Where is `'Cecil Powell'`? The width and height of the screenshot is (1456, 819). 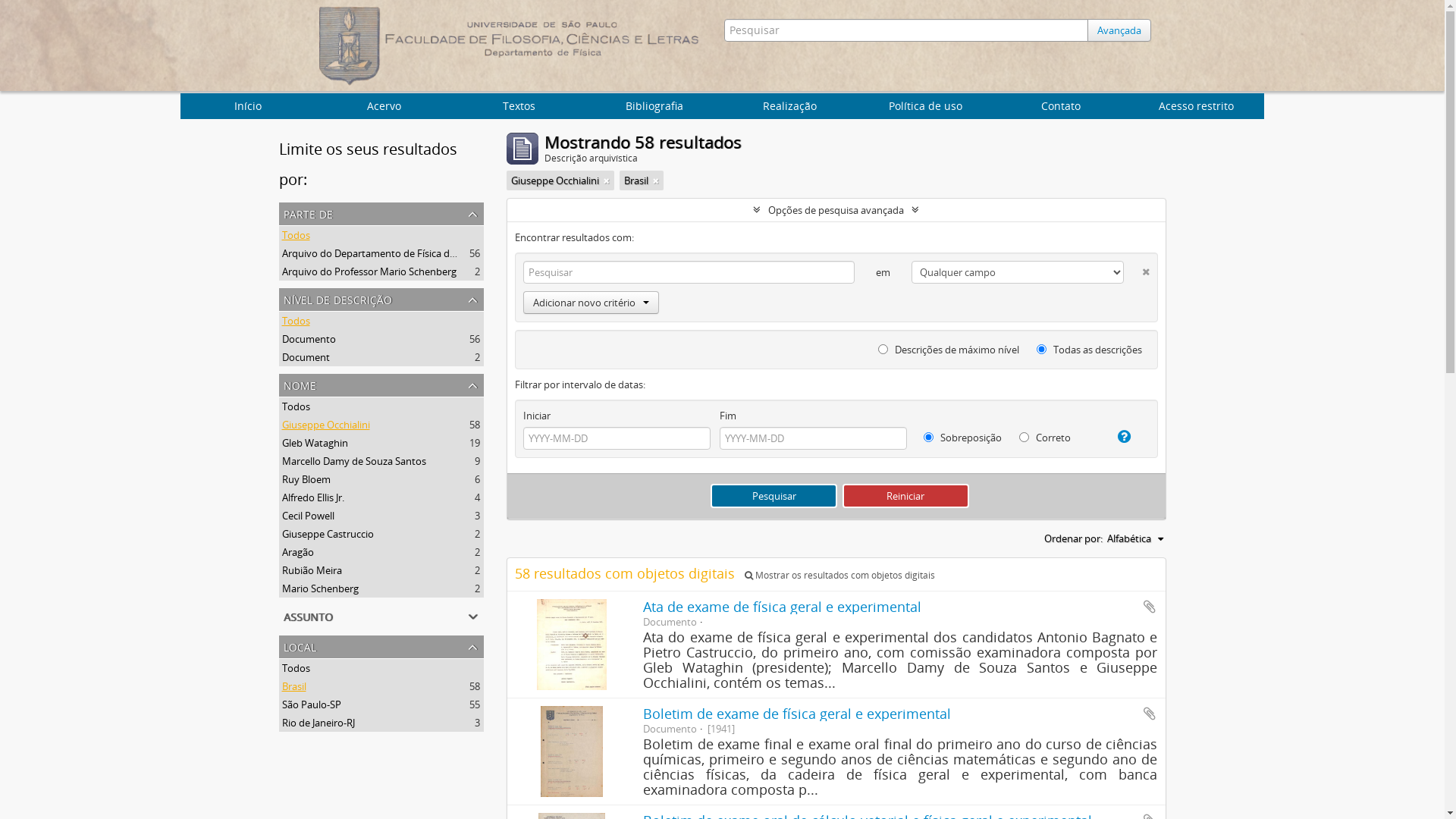 'Cecil Powell' is located at coordinates (282, 514).